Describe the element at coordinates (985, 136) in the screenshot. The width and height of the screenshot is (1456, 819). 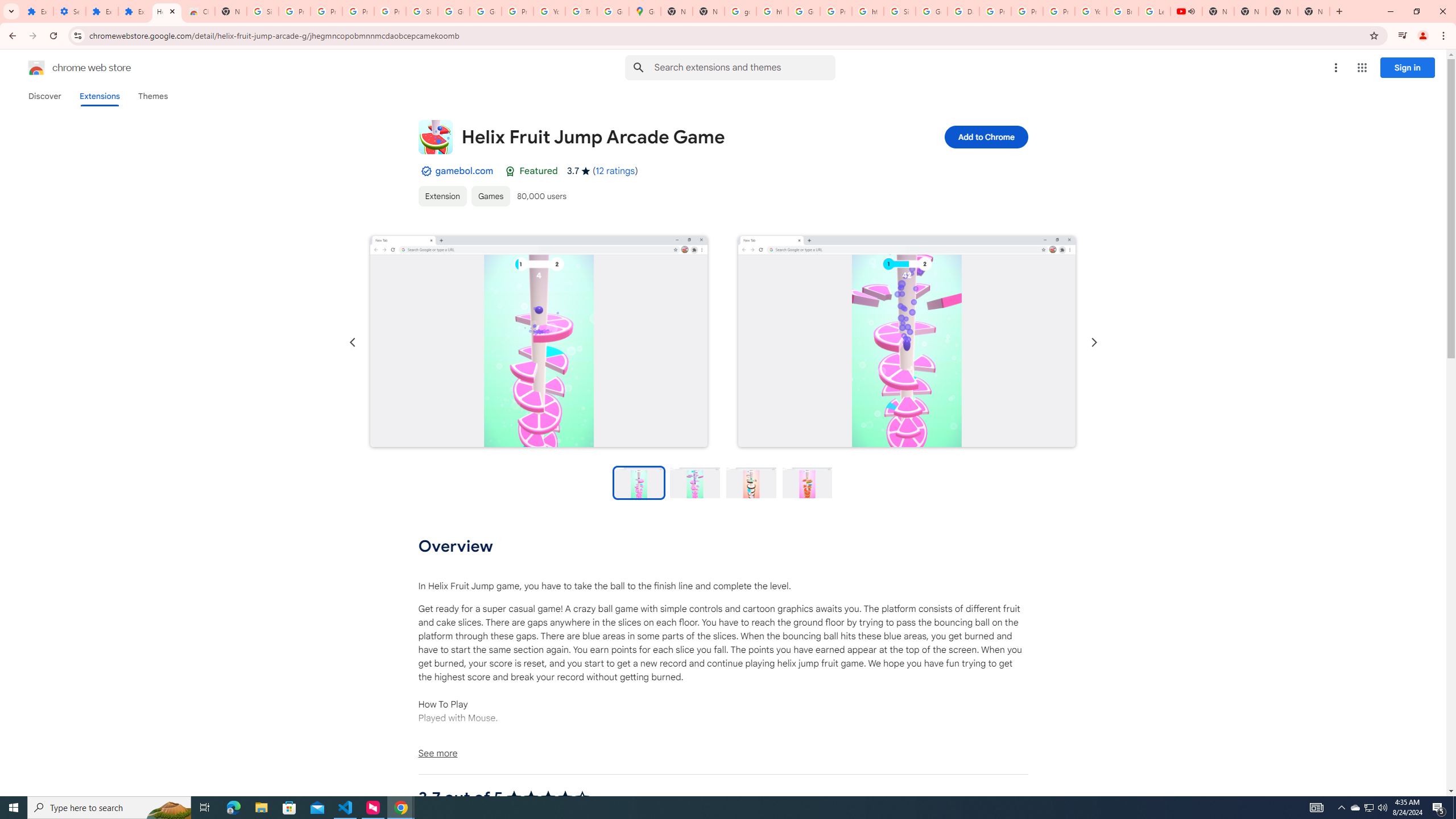
I see `'Add to Chrome'` at that location.